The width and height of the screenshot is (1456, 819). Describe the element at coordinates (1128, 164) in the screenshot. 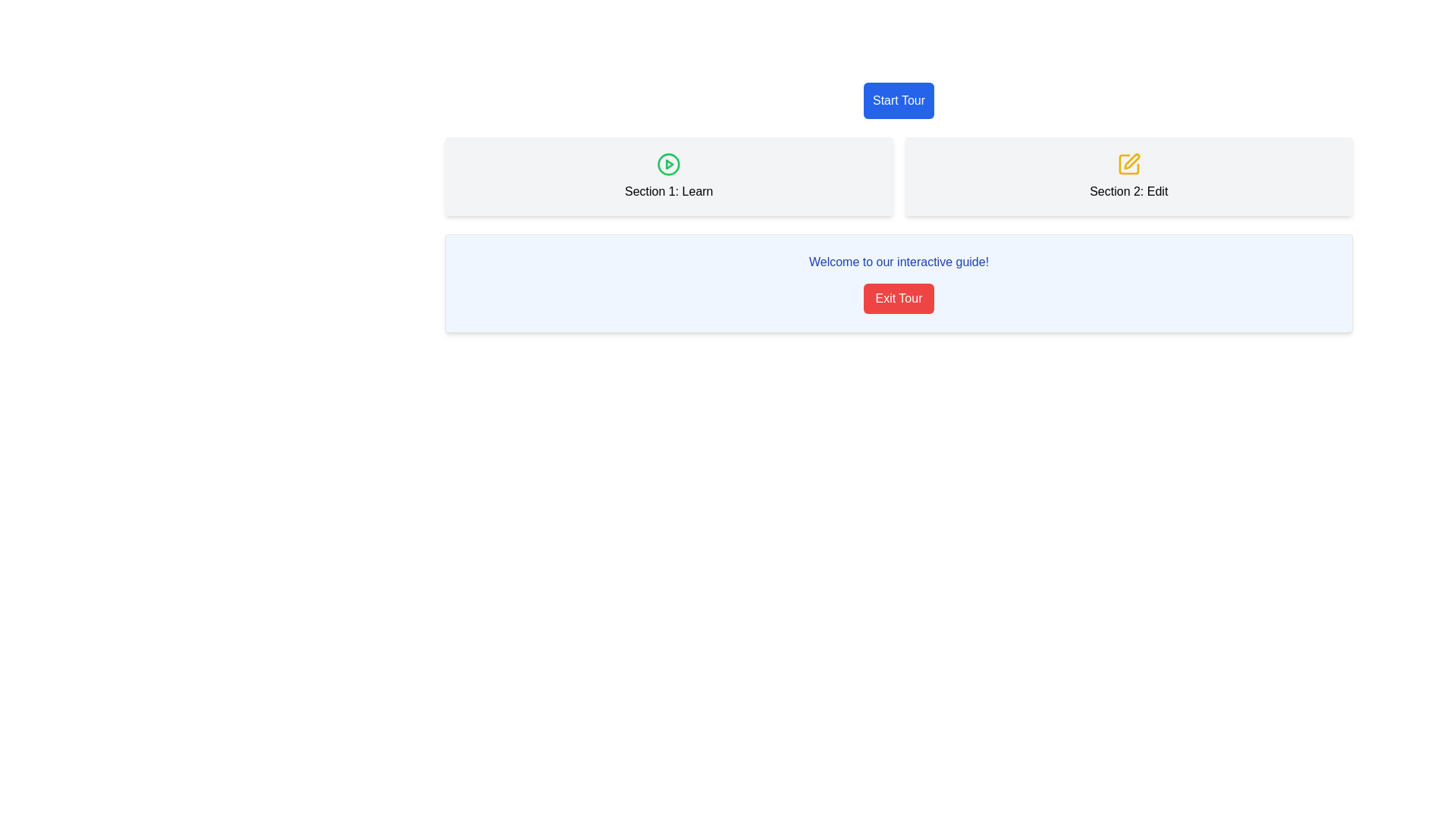

I see `the edit icon for 'Section 2: Edit', which is located at the top of the rightmost card in the row of two cards` at that location.